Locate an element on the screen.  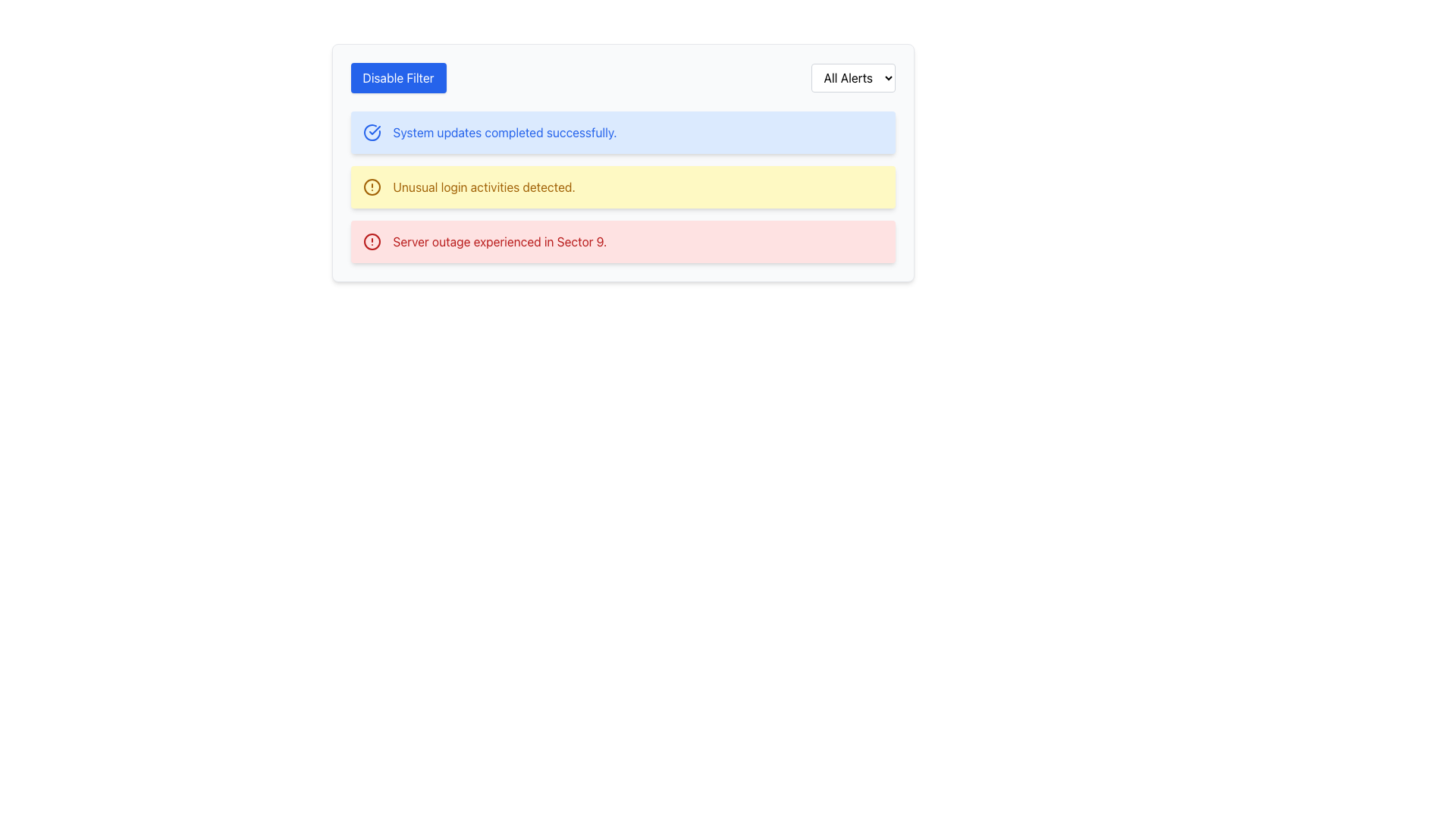
the circular blue outlined icon with a checkmark that indicates confirmation, located to the left of the text 'System updates completed successfully' in the blue-highlighted alert section at the top of the notifications list is located at coordinates (372, 131).